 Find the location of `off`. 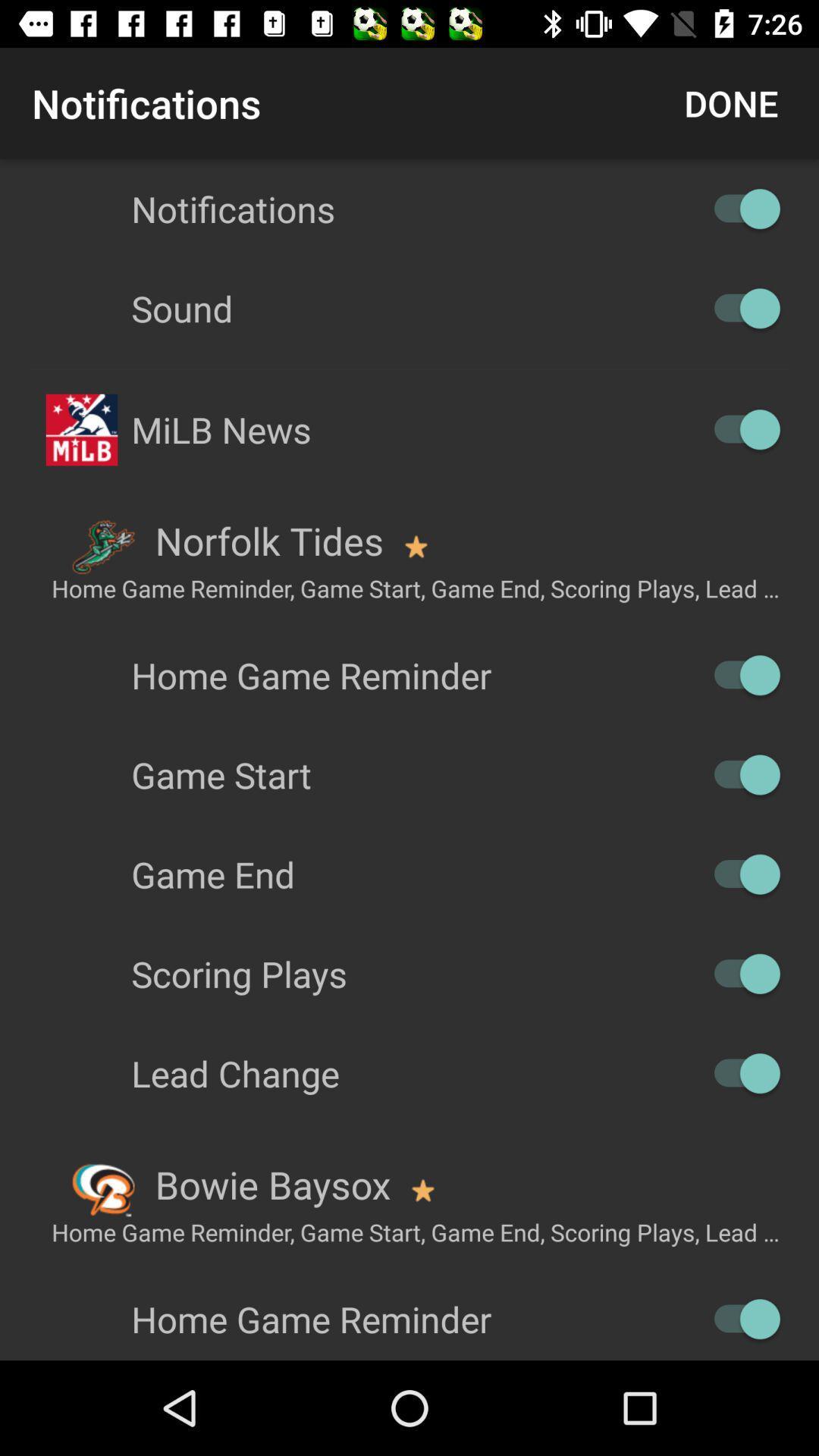

off is located at coordinates (739, 774).